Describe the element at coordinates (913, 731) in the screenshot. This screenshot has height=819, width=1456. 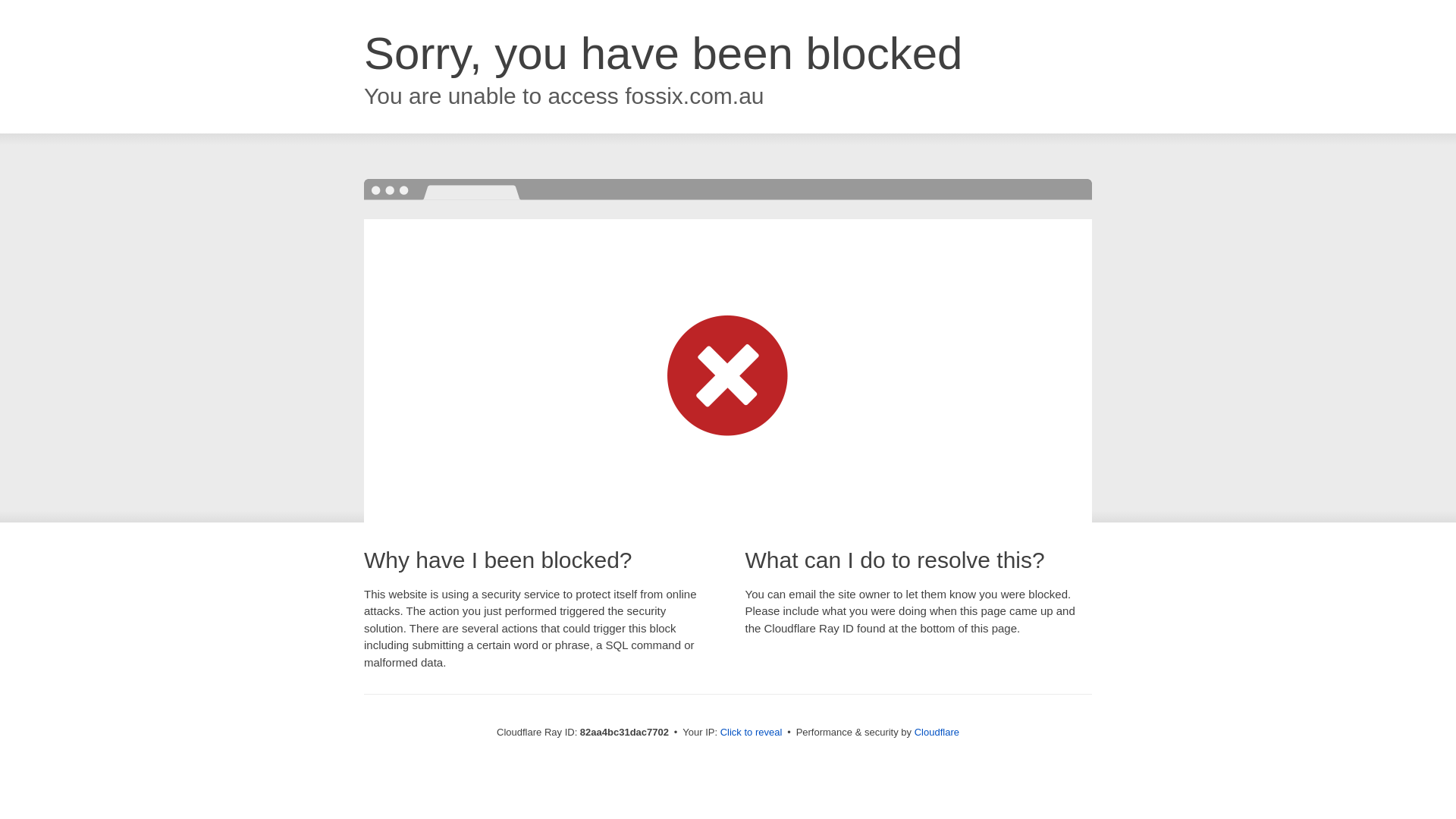
I see `'Cloudflare'` at that location.